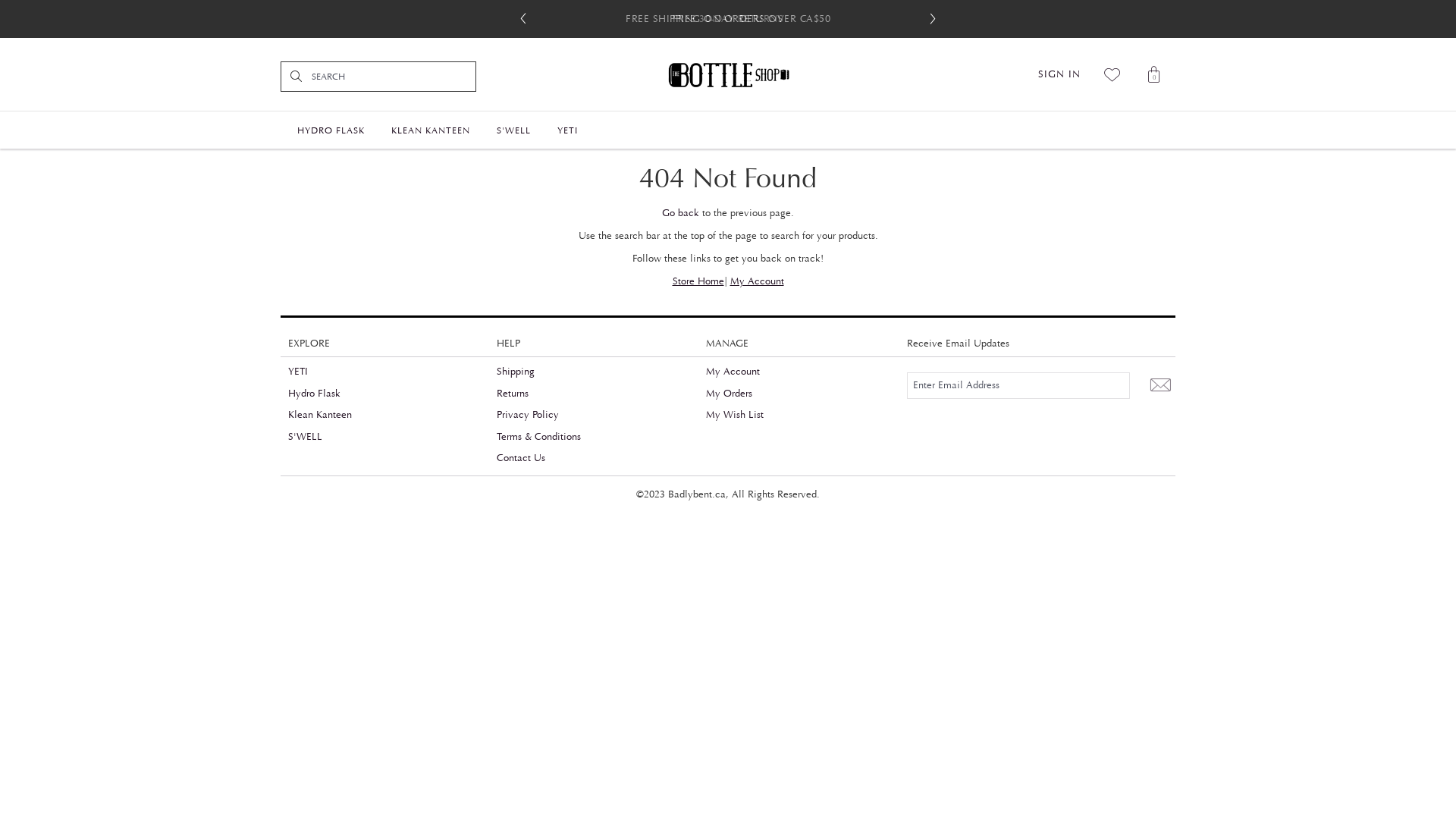 The width and height of the screenshot is (1456, 819). I want to click on 'Privacy Policy', so click(528, 415).